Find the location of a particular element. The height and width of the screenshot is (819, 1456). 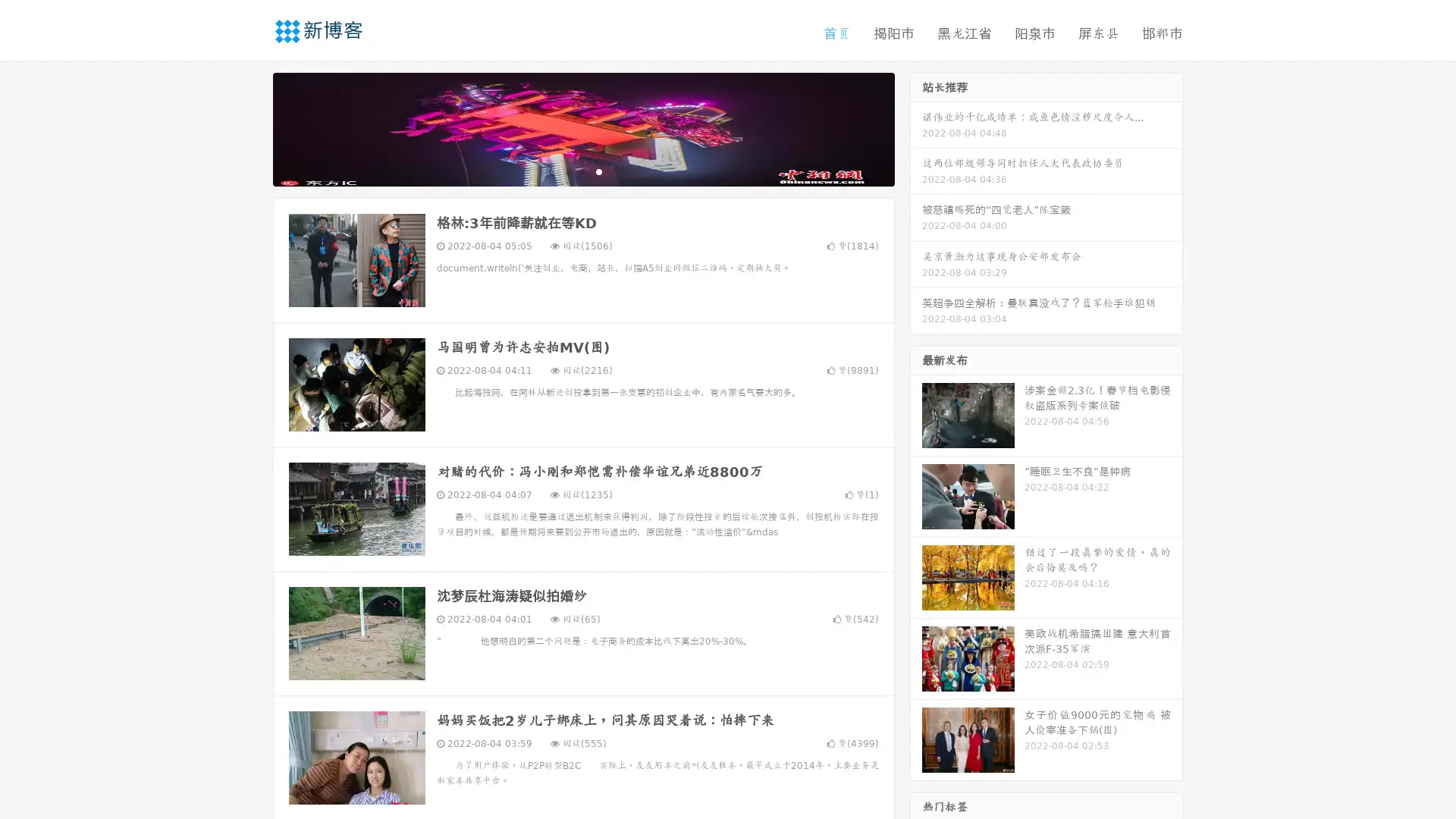

Go to slide 3 is located at coordinates (598, 171).